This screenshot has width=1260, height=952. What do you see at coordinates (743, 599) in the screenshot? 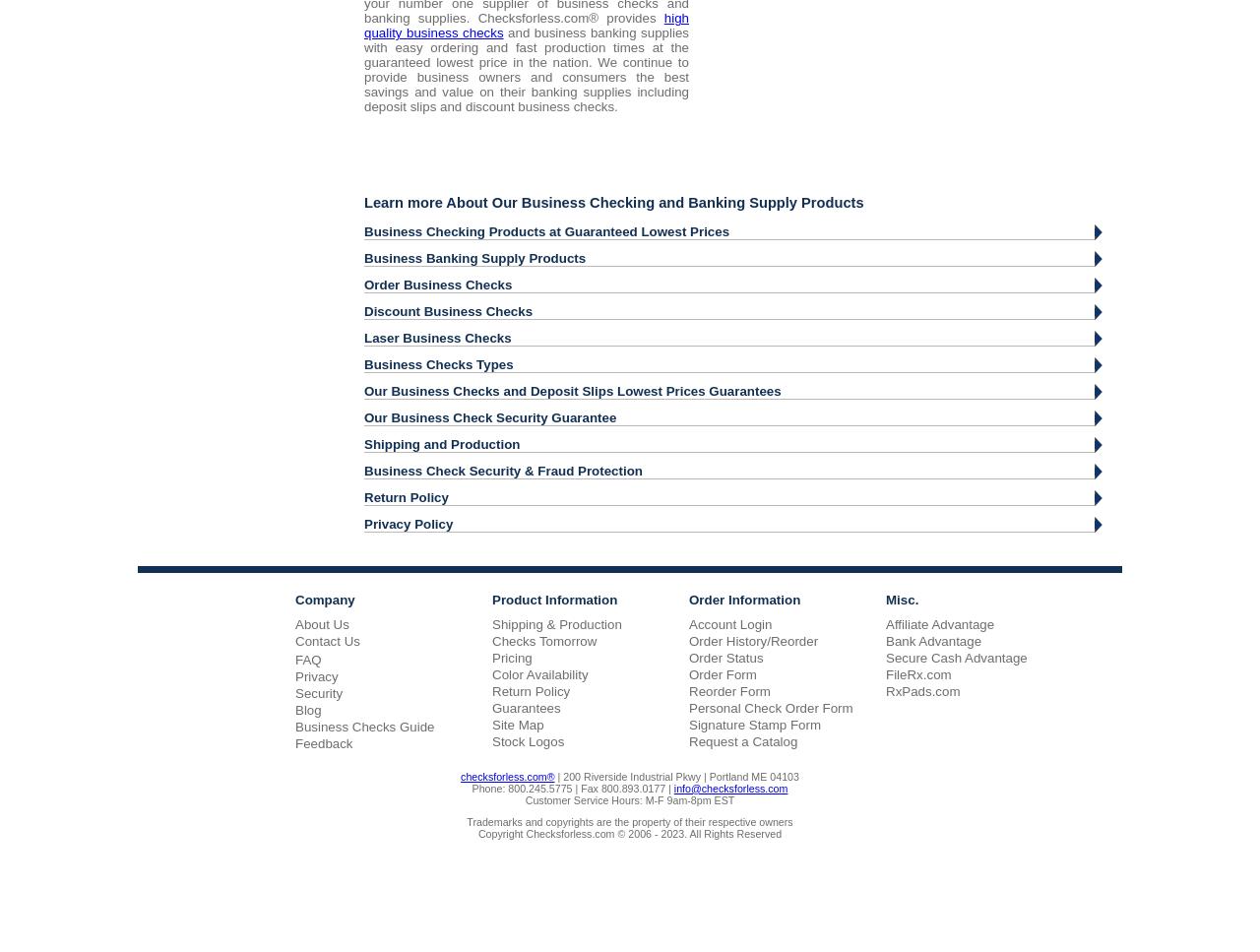
I see `'Order Information'` at bounding box center [743, 599].